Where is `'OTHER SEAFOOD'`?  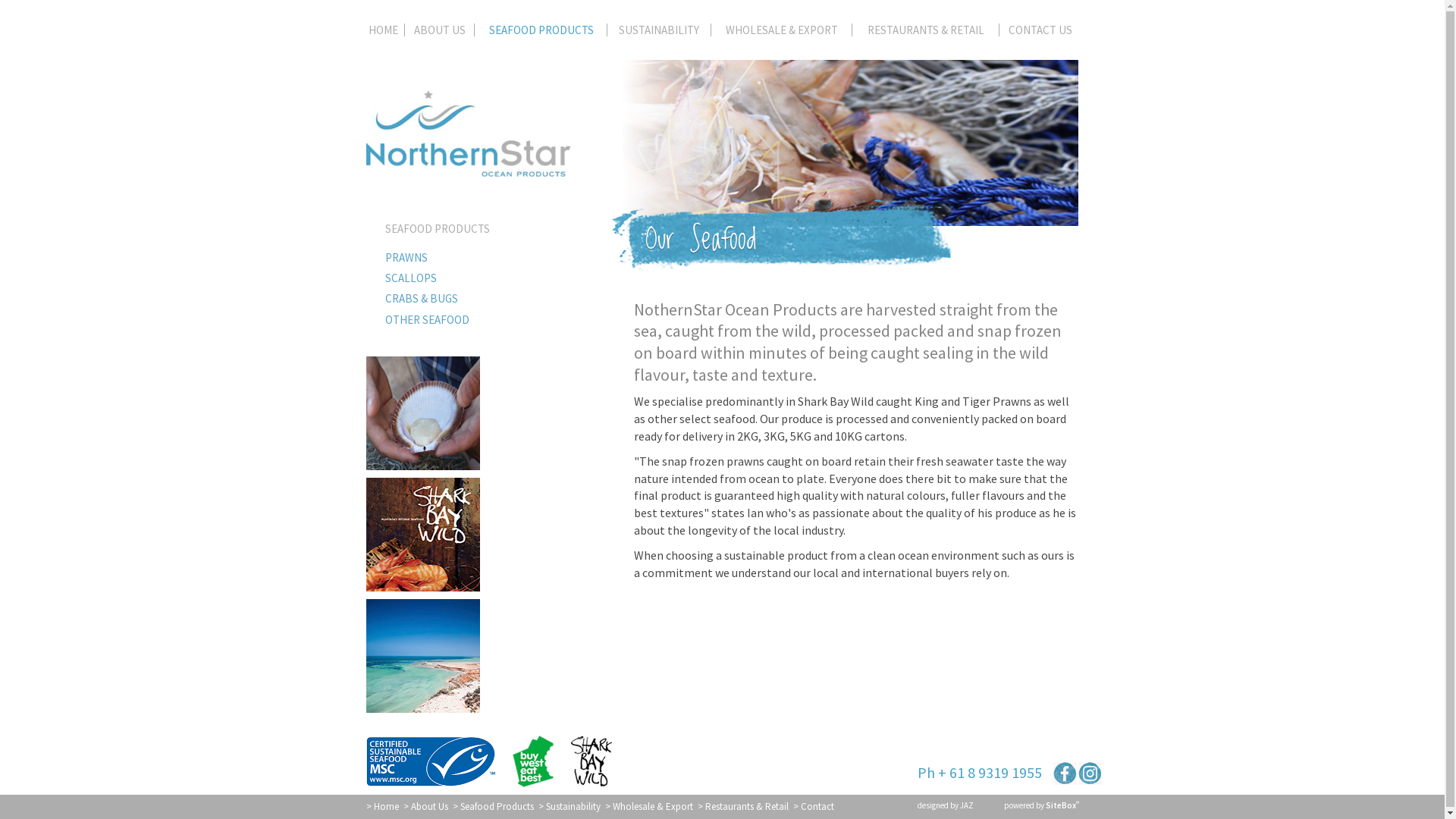
'OTHER SEAFOOD' is located at coordinates (475, 318).